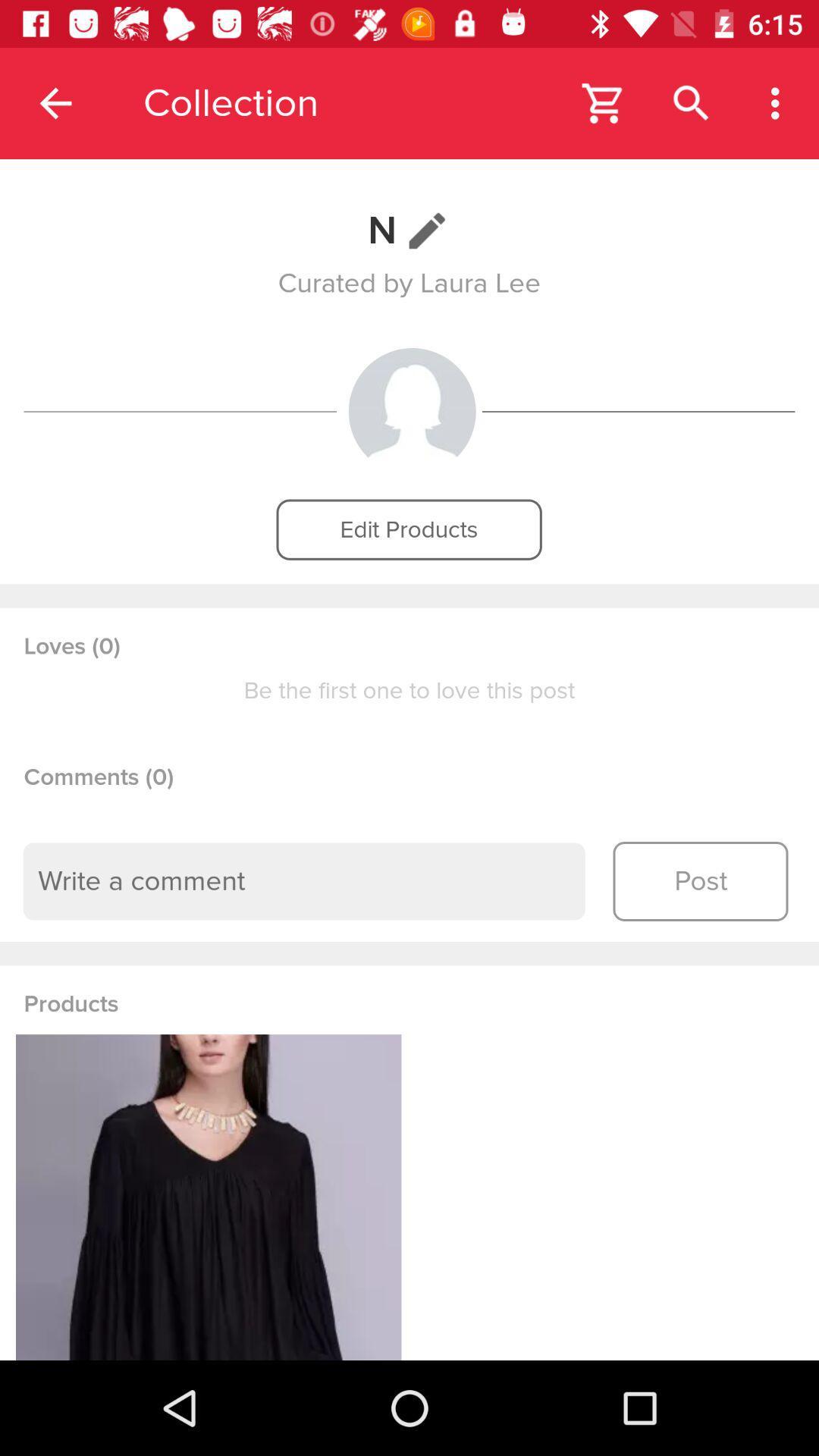 The width and height of the screenshot is (819, 1456). I want to click on the app next to collection item, so click(55, 102).